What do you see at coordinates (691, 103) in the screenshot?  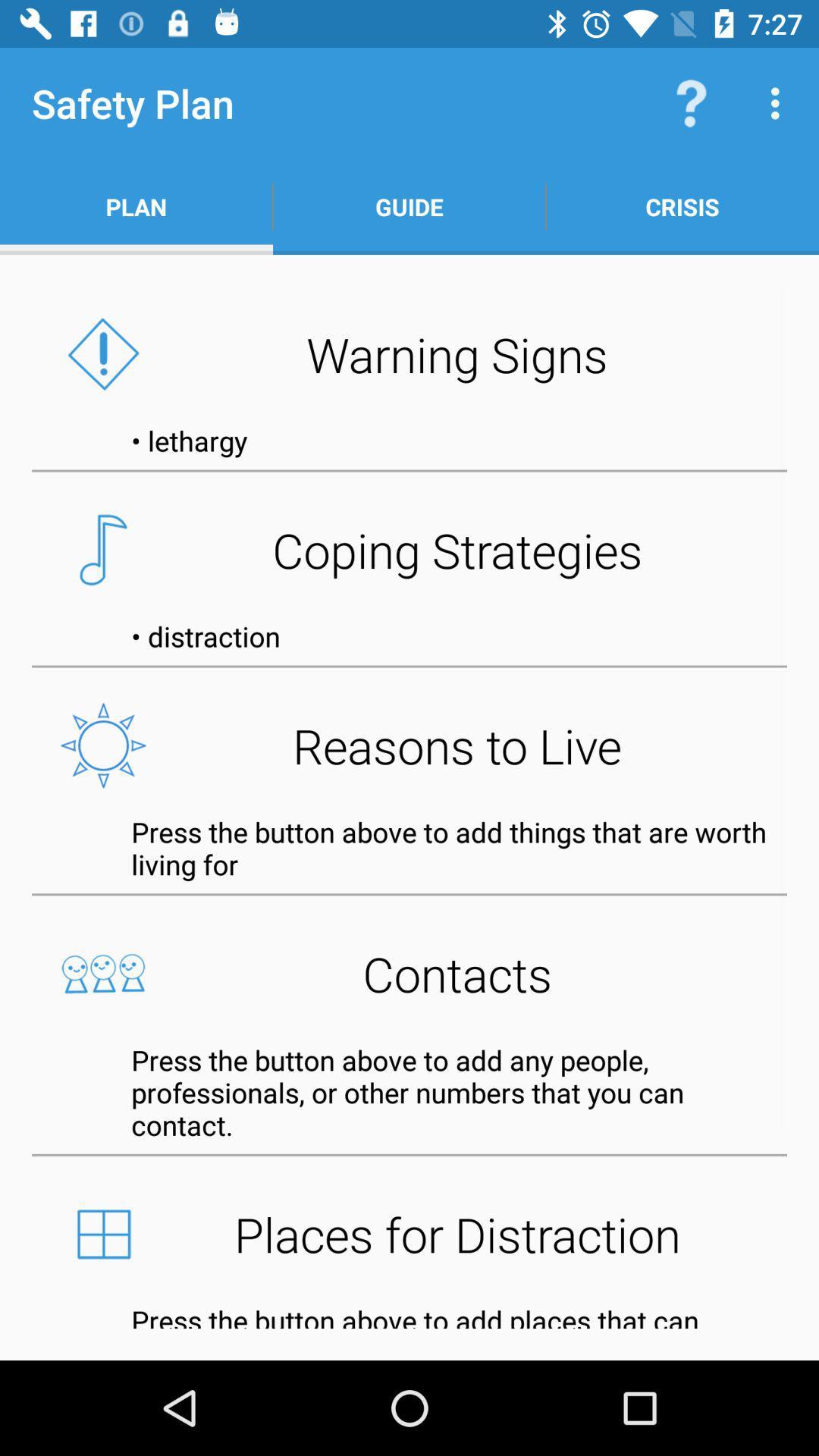 I see `the question icon` at bounding box center [691, 103].